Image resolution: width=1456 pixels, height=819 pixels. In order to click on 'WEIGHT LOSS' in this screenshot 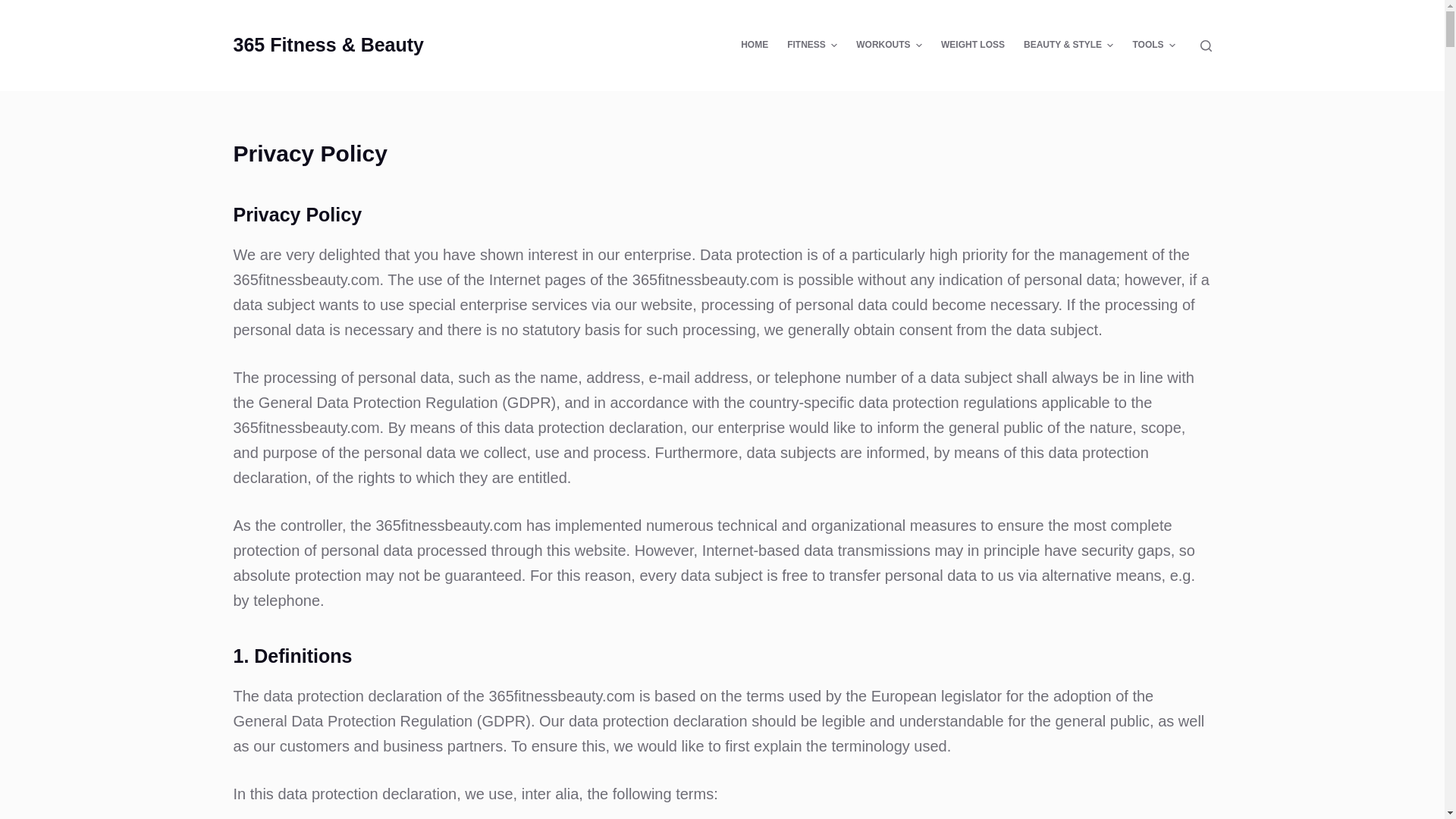, I will do `click(972, 45)`.